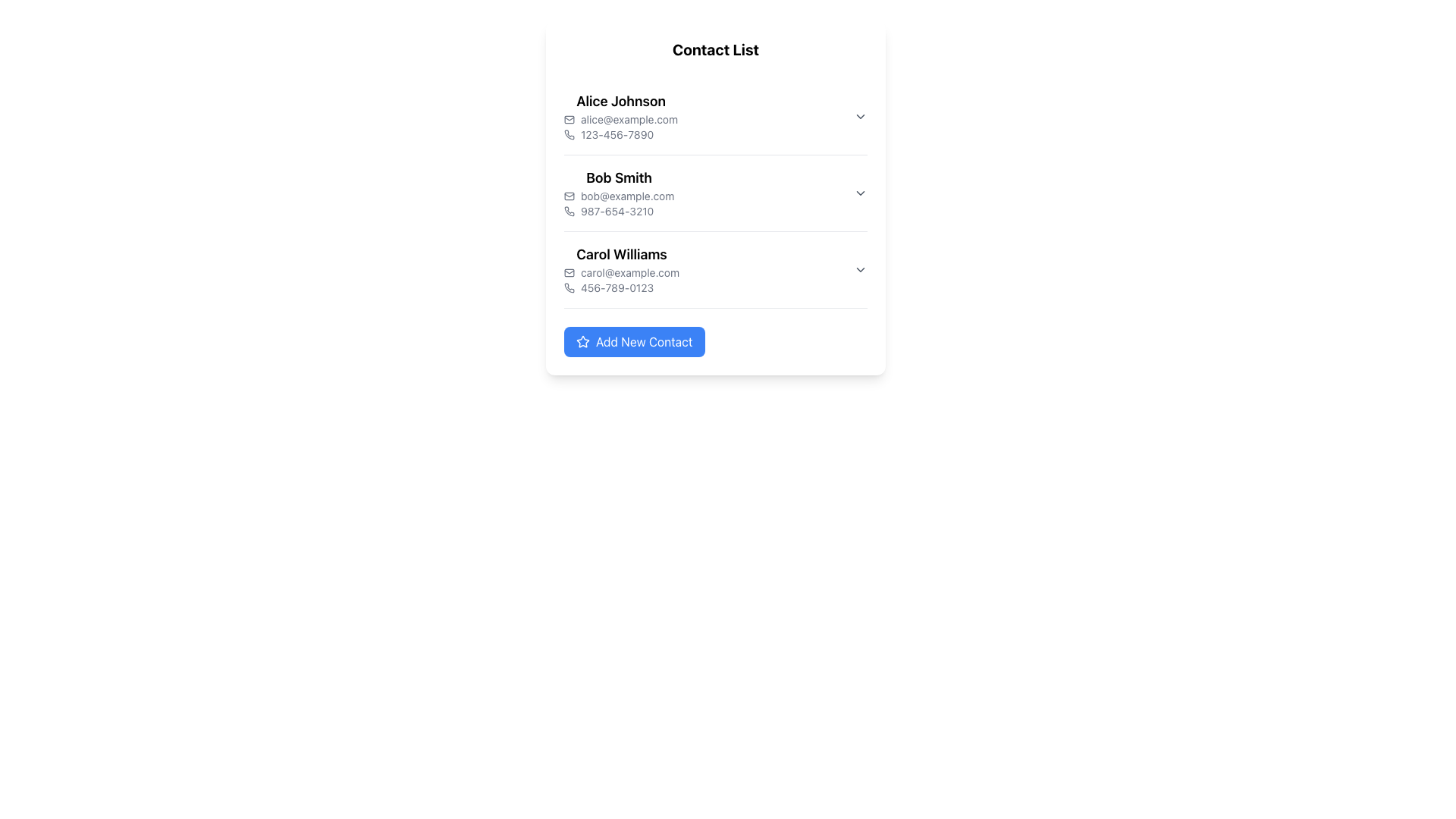  I want to click on name 'Bob Smith' displayed in bold text as the second contact entry in the list, so click(619, 177).